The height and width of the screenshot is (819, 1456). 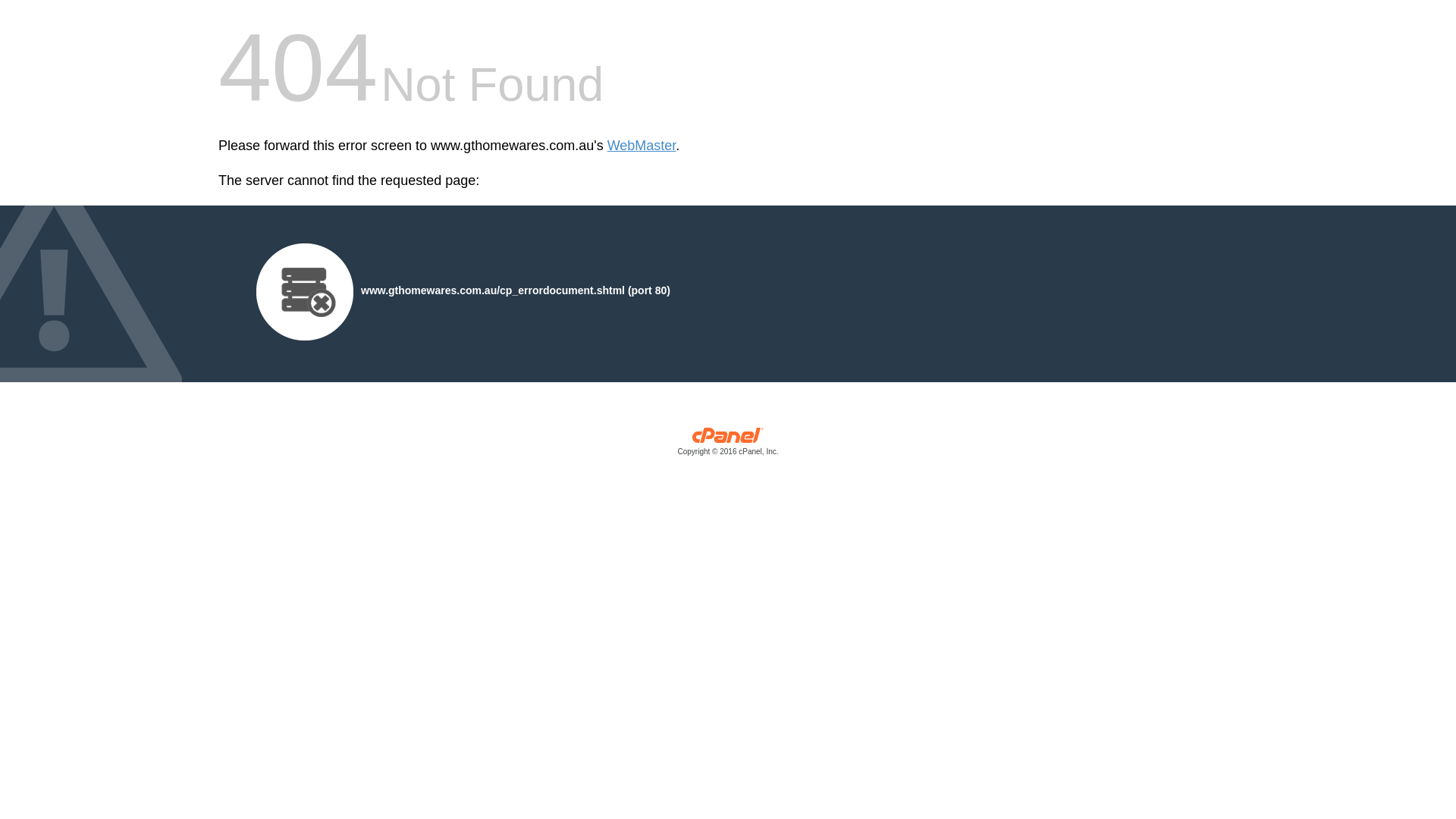 I want to click on 'WebMaster', so click(x=607, y=146).